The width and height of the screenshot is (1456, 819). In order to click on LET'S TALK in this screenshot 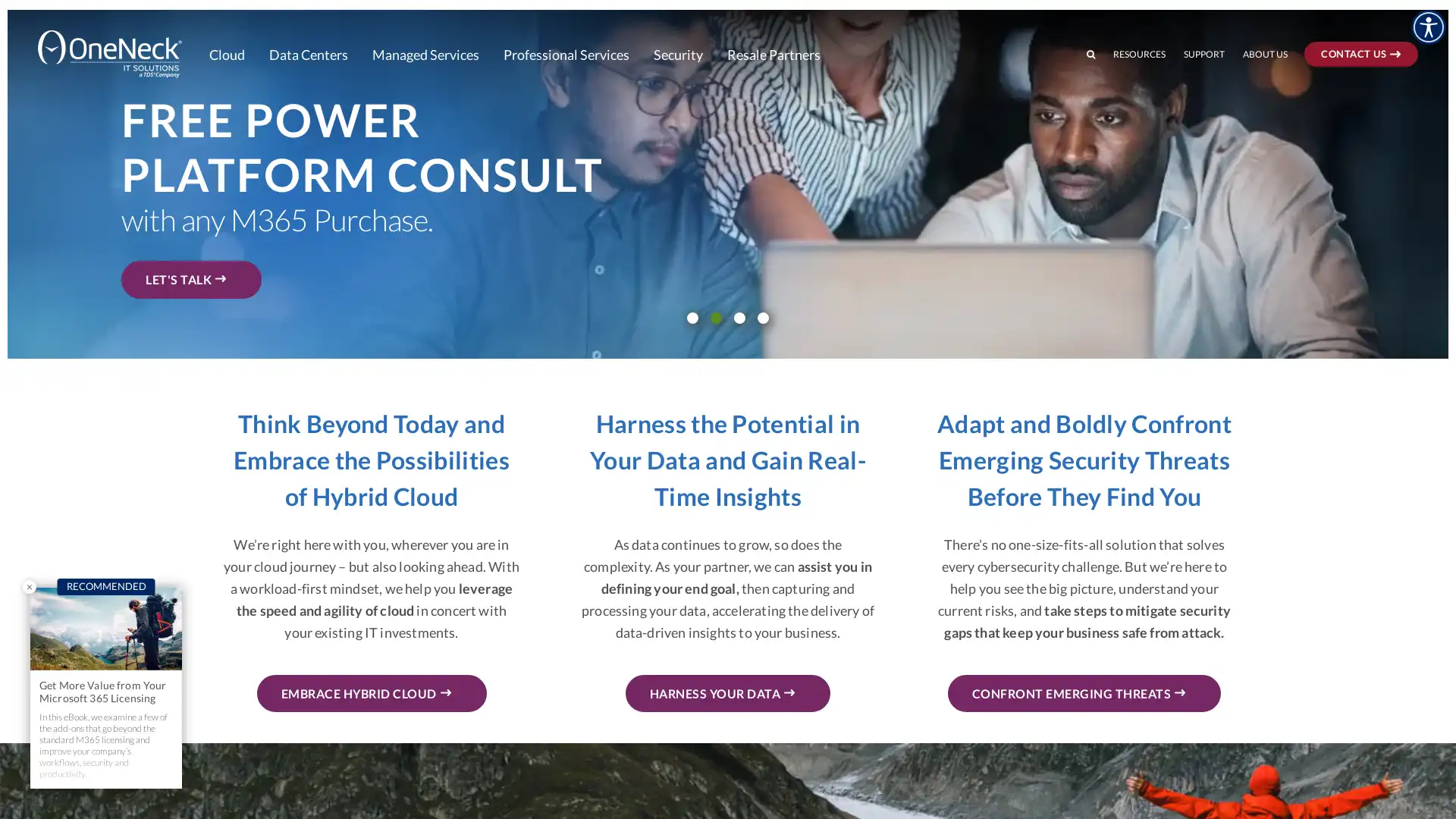, I will do `click(190, 279)`.